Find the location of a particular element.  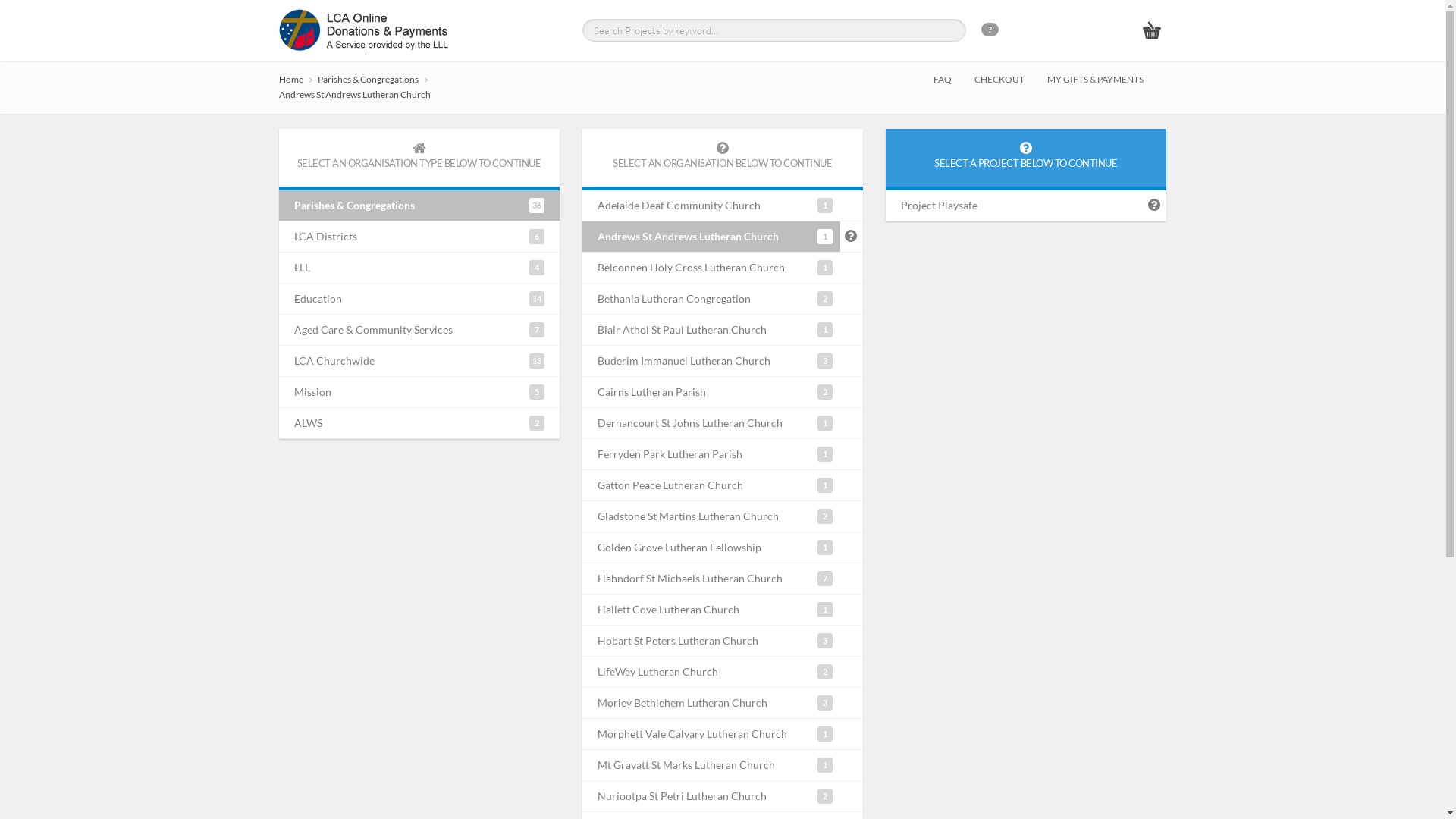

'14 is located at coordinates (419, 298).